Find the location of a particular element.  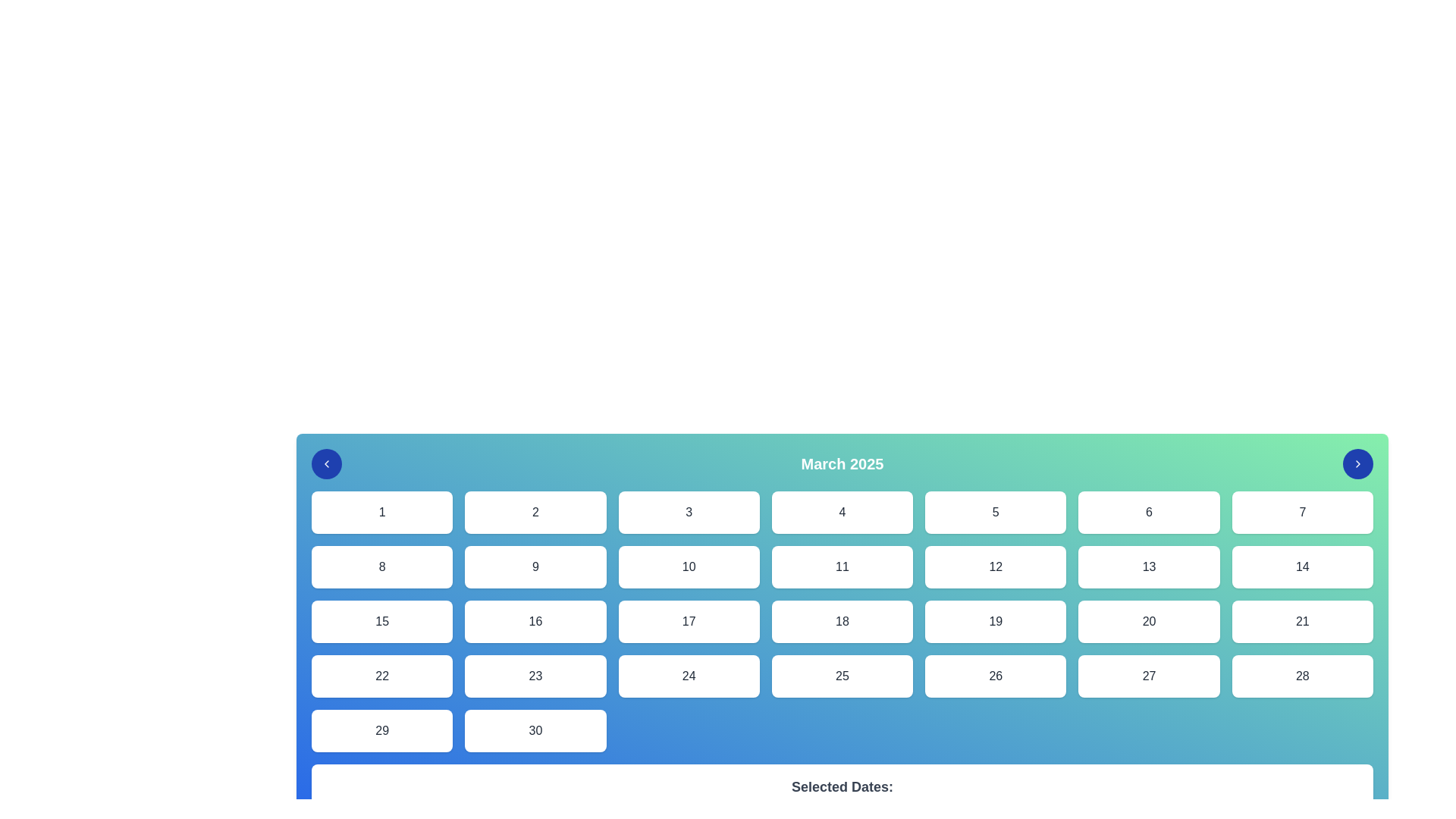

the button representing the date '3' in the calendar interface is located at coordinates (688, 512).